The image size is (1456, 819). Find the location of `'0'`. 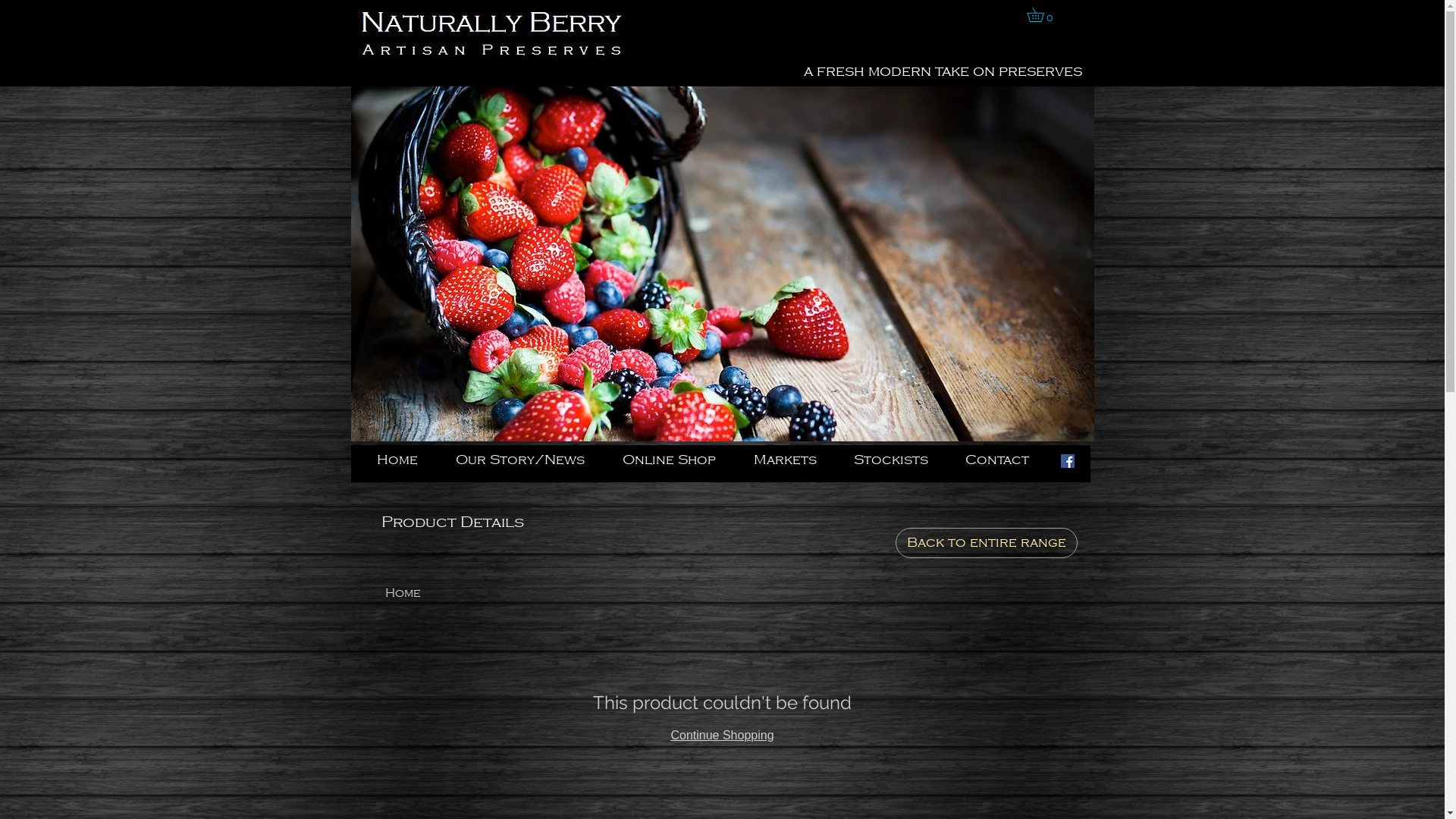

'0' is located at coordinates (1041, 14).